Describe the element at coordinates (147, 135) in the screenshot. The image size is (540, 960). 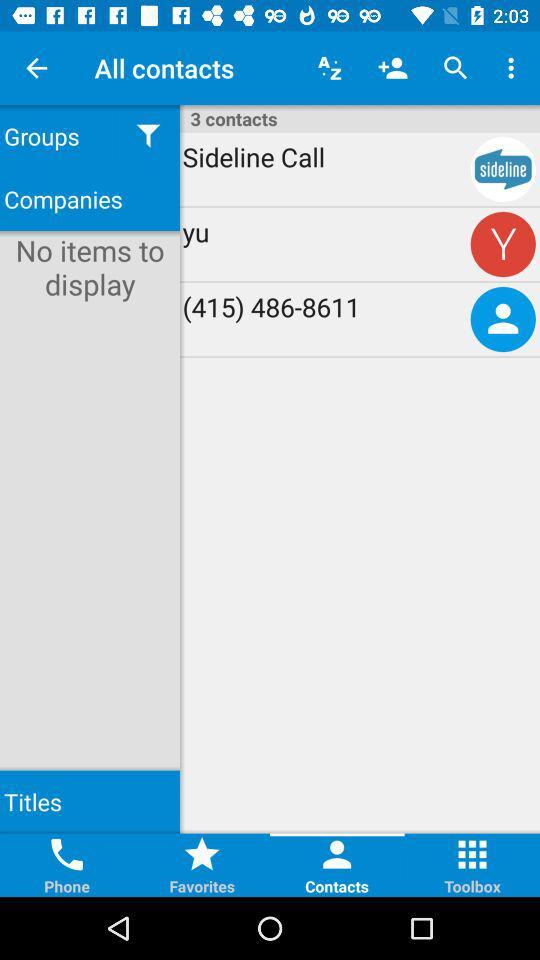
I see `the item above companies` at that location.